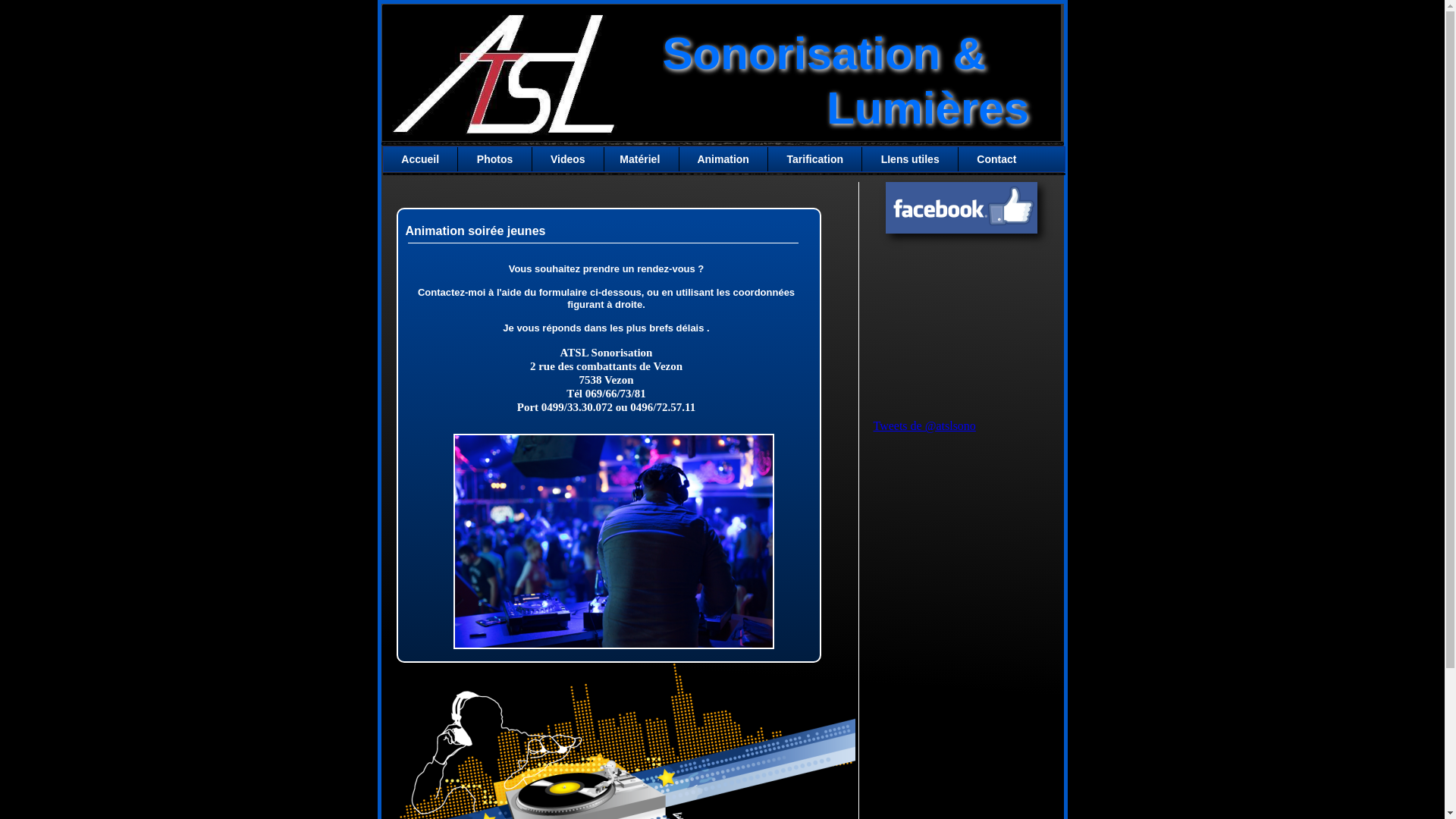  Describe the element at coordinates (959, 158) in the screenshot. I see `'      Contact     '` at that location.